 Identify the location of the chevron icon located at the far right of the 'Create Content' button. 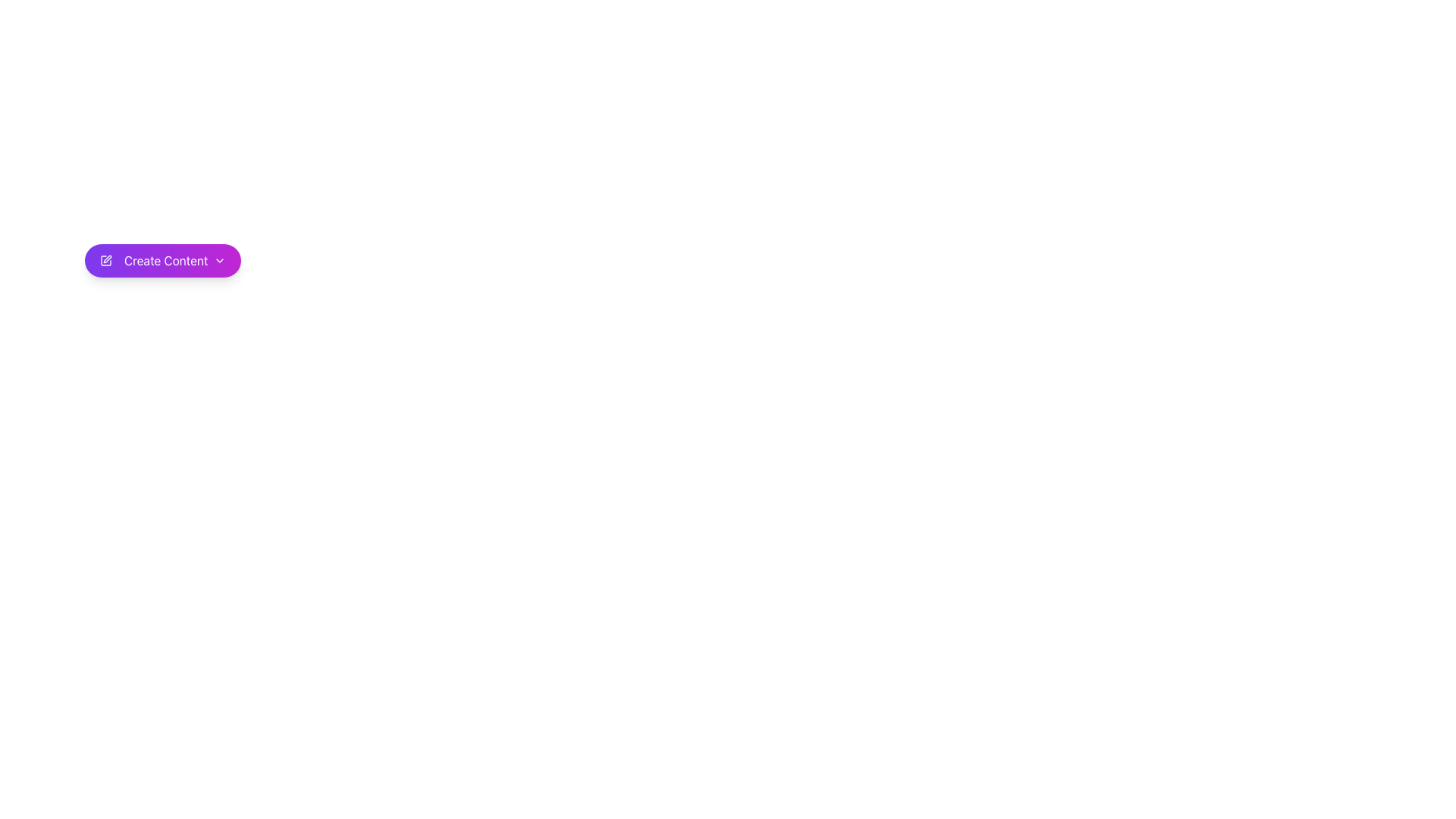
(219, 259).